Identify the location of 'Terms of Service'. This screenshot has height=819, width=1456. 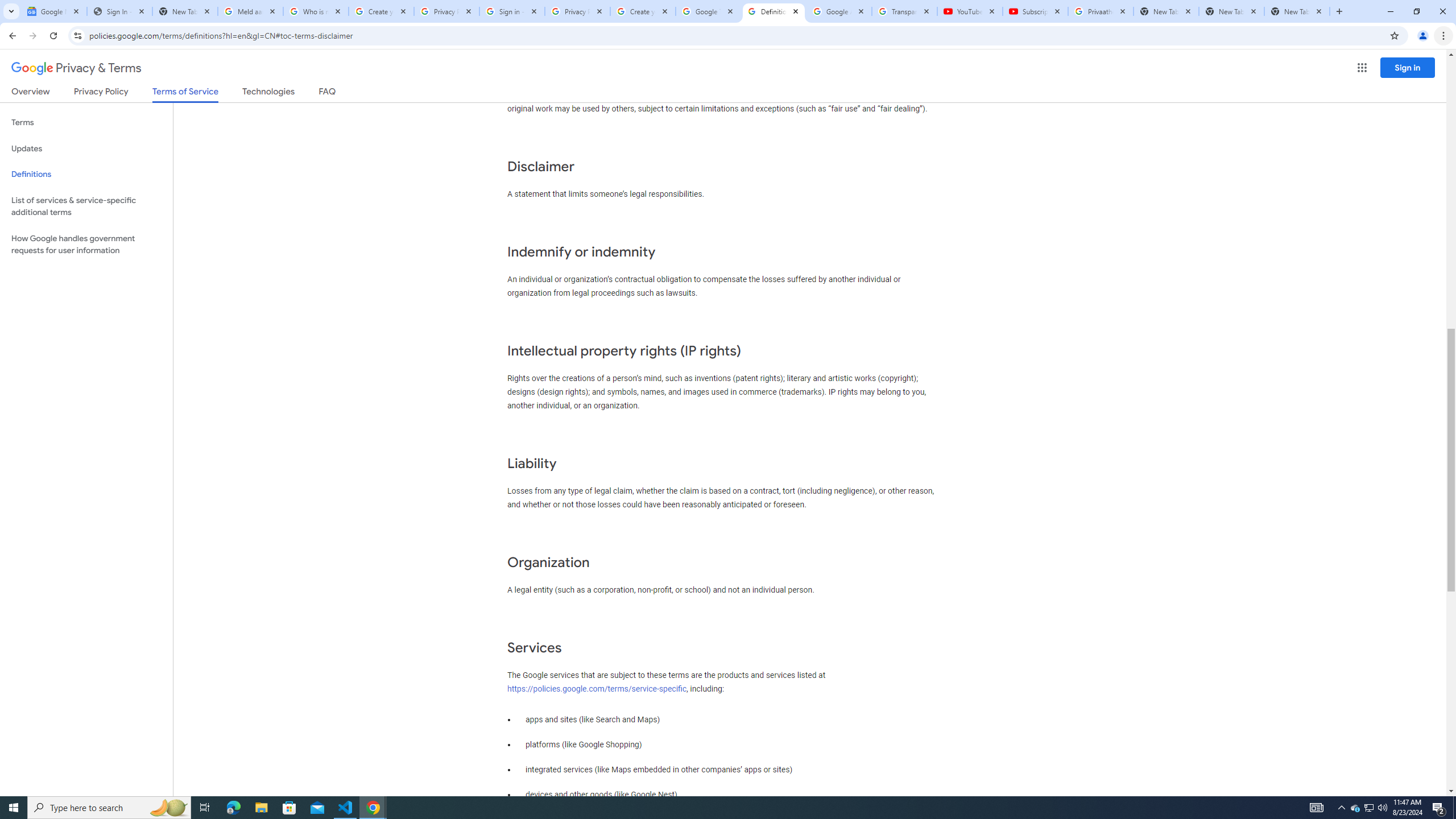
(185, 94).